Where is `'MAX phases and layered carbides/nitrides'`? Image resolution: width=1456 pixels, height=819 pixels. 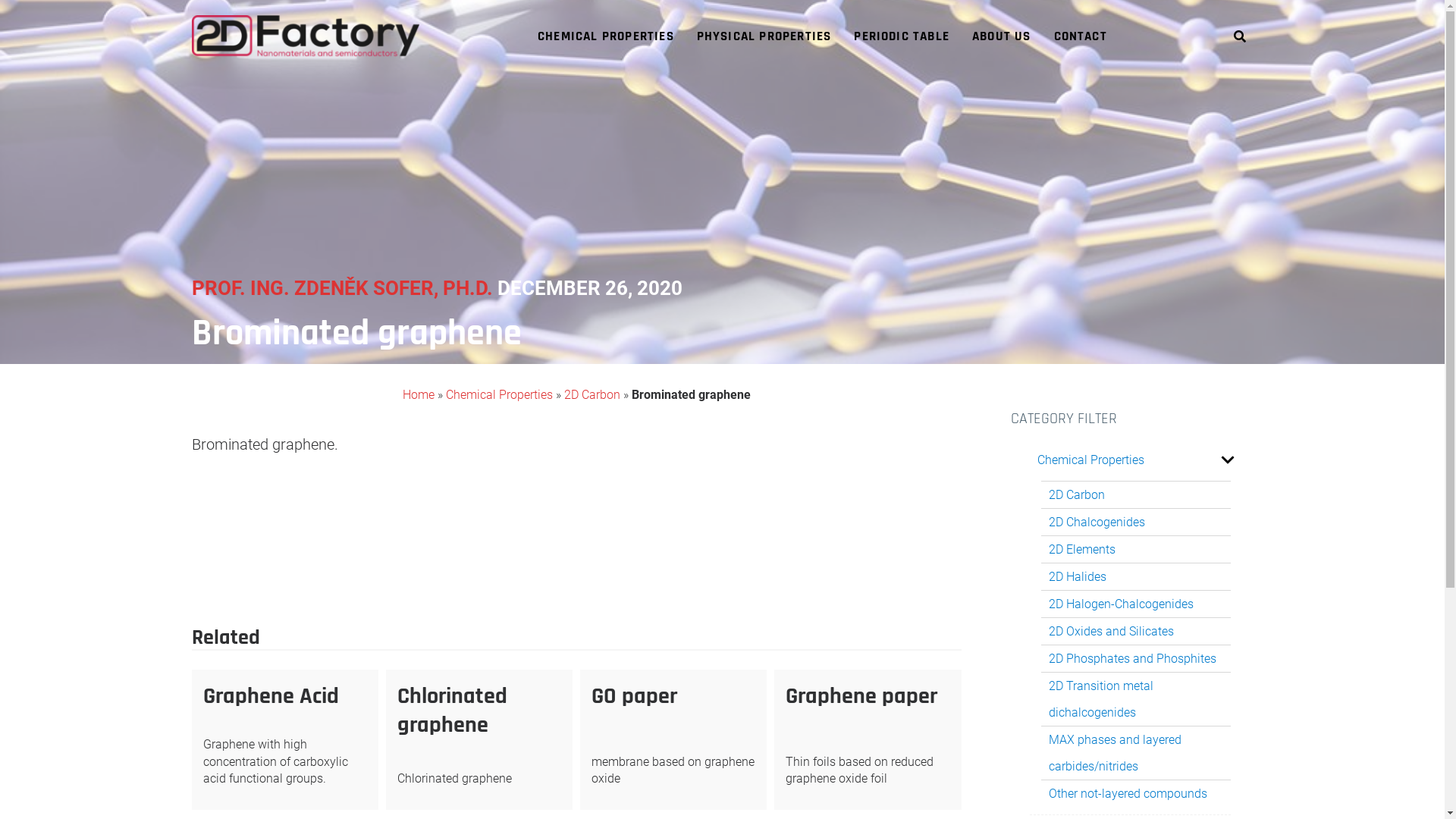
'MAX phases and layered carbides/nitrides' is located at coordinates (1047, 752).